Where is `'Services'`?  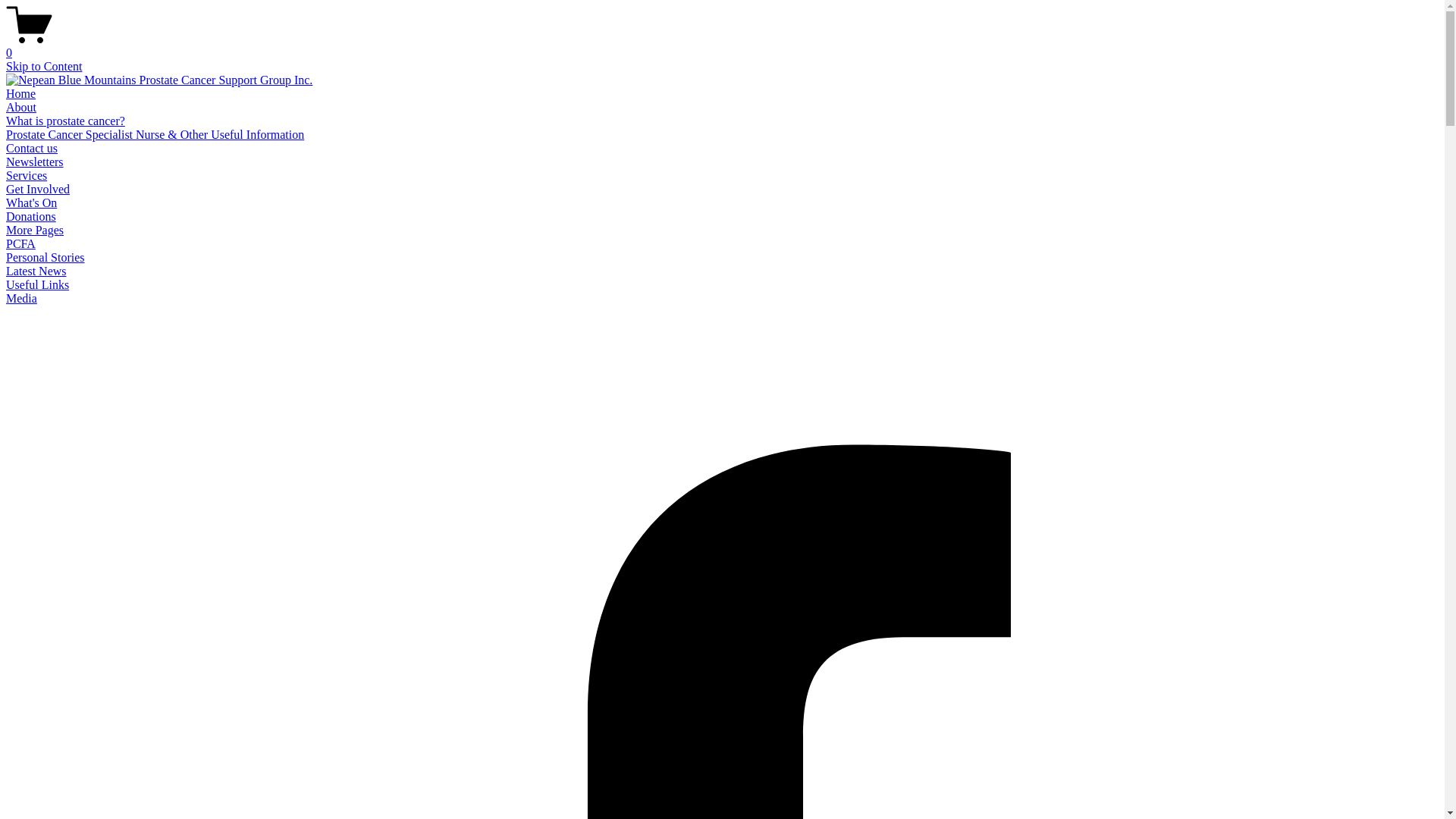 'Services' is located at coordinates (26, 174).